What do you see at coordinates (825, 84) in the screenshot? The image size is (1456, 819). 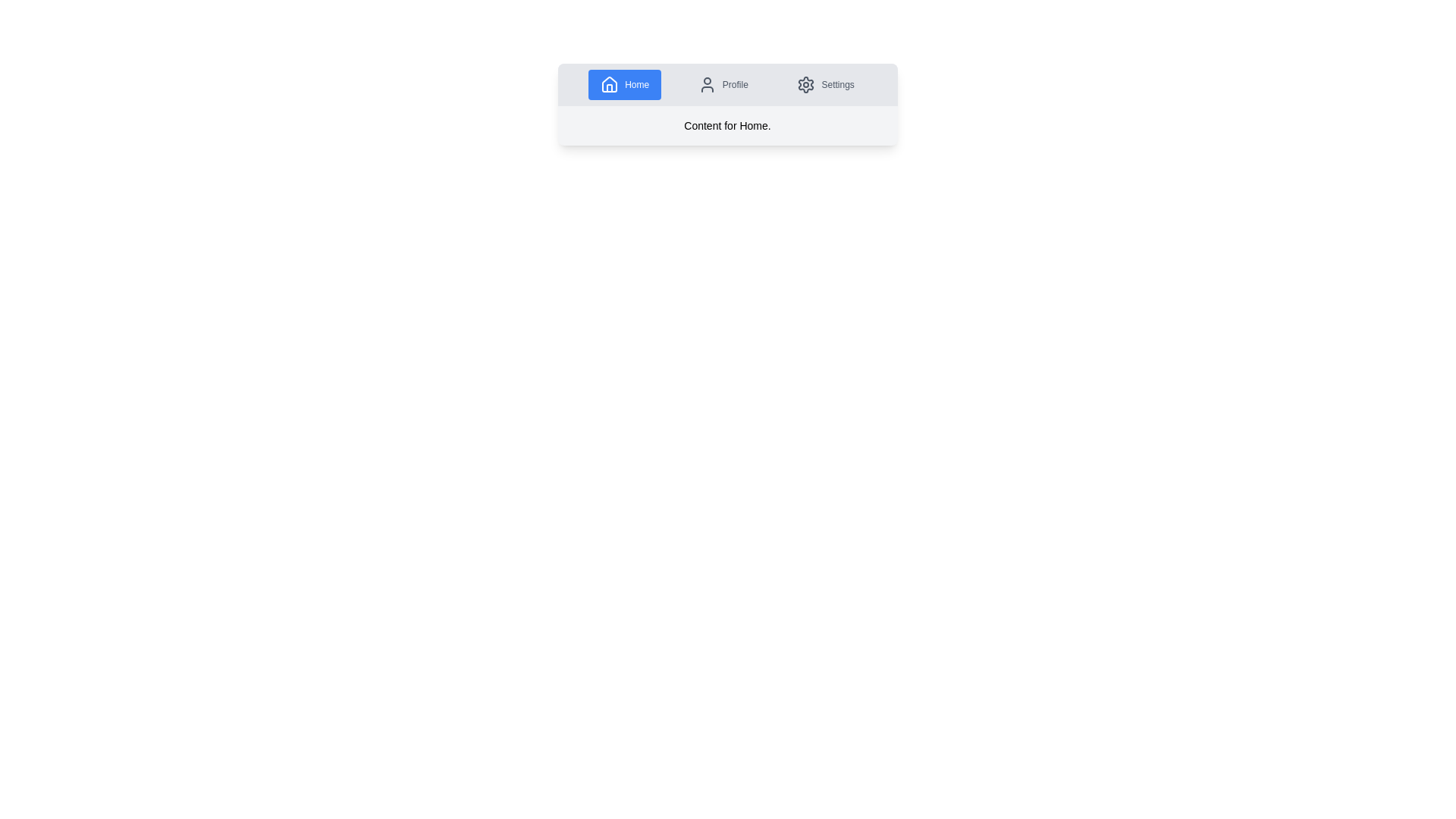 I see `the Settings tab by clicking on its navigation button` at bounding box center [825, 84].